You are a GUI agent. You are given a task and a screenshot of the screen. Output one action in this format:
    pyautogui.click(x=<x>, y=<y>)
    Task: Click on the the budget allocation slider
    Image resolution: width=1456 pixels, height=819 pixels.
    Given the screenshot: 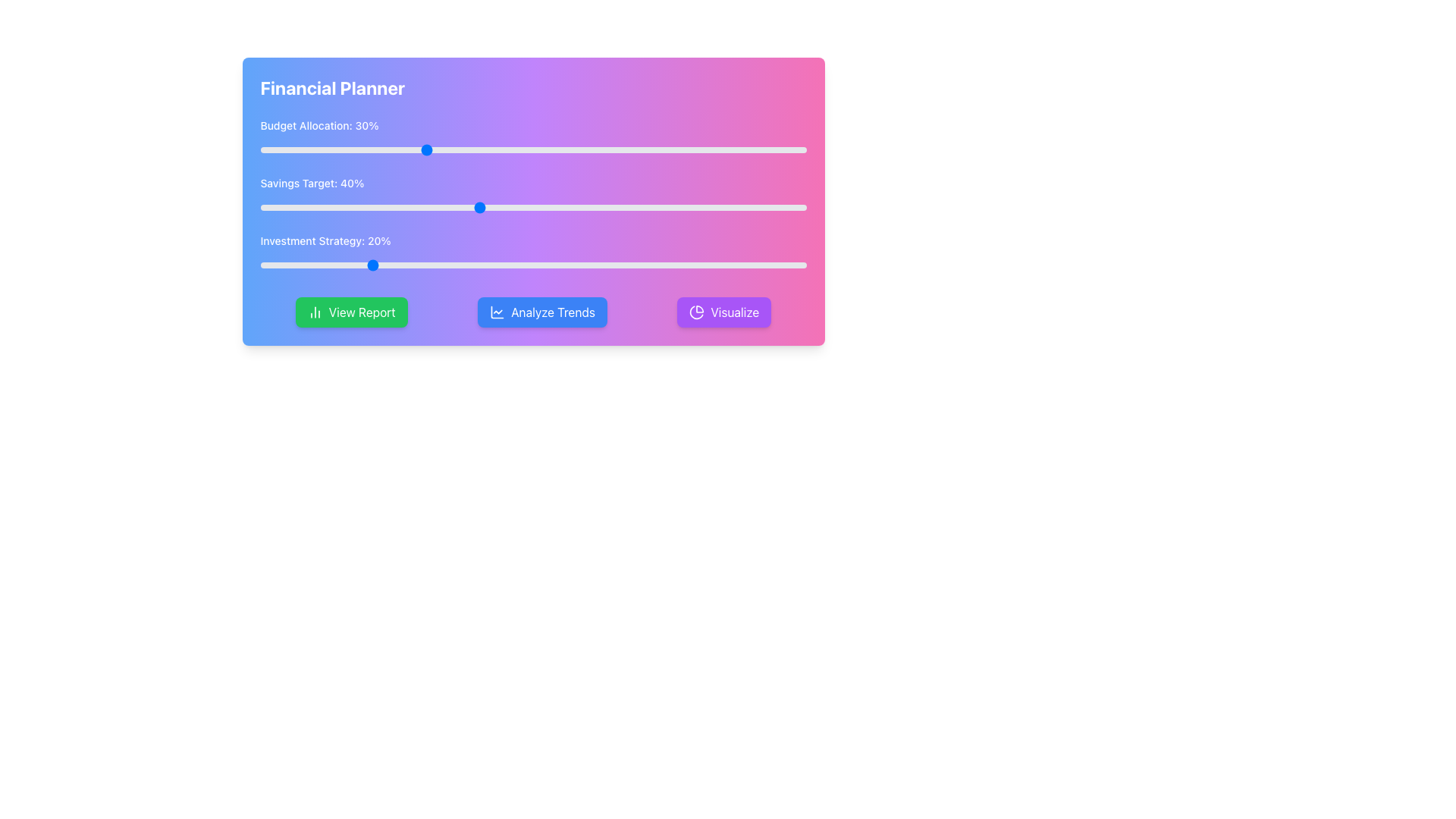 What is the action you would take?
    pyautogui.click(x=483, y=149)
    